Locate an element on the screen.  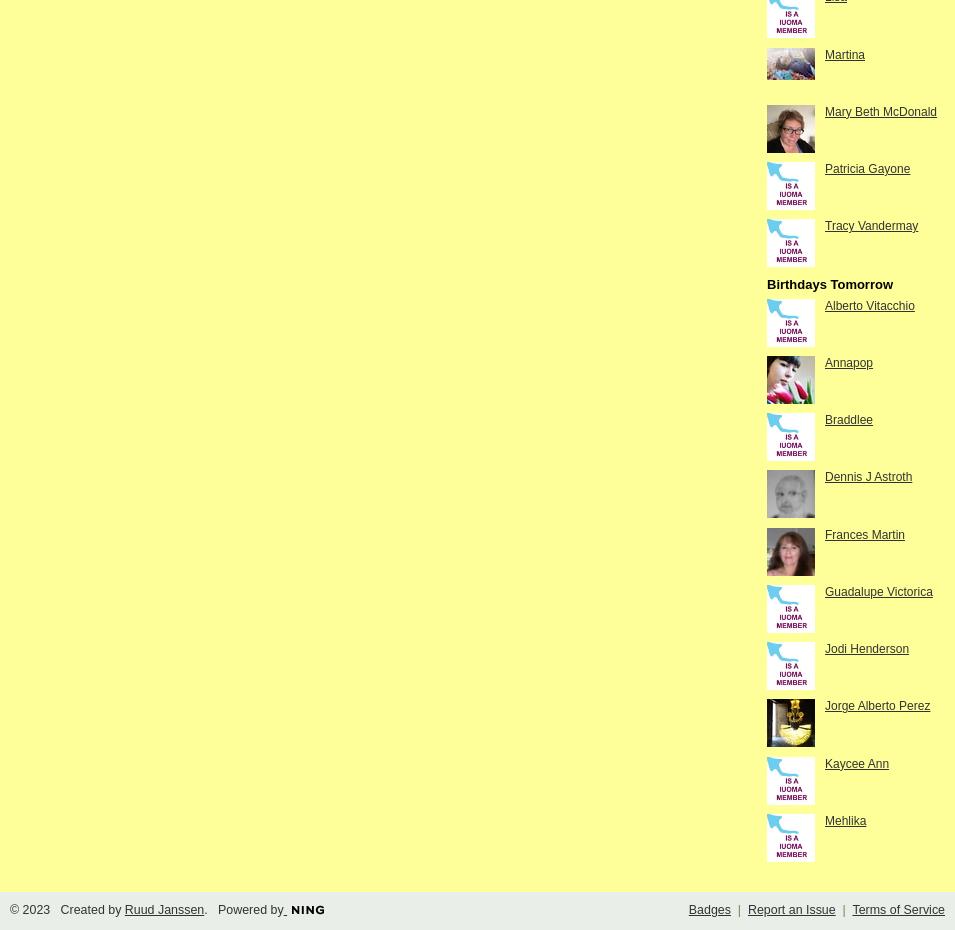
'.             
    Powered by' is located at coordinates (243, 910).